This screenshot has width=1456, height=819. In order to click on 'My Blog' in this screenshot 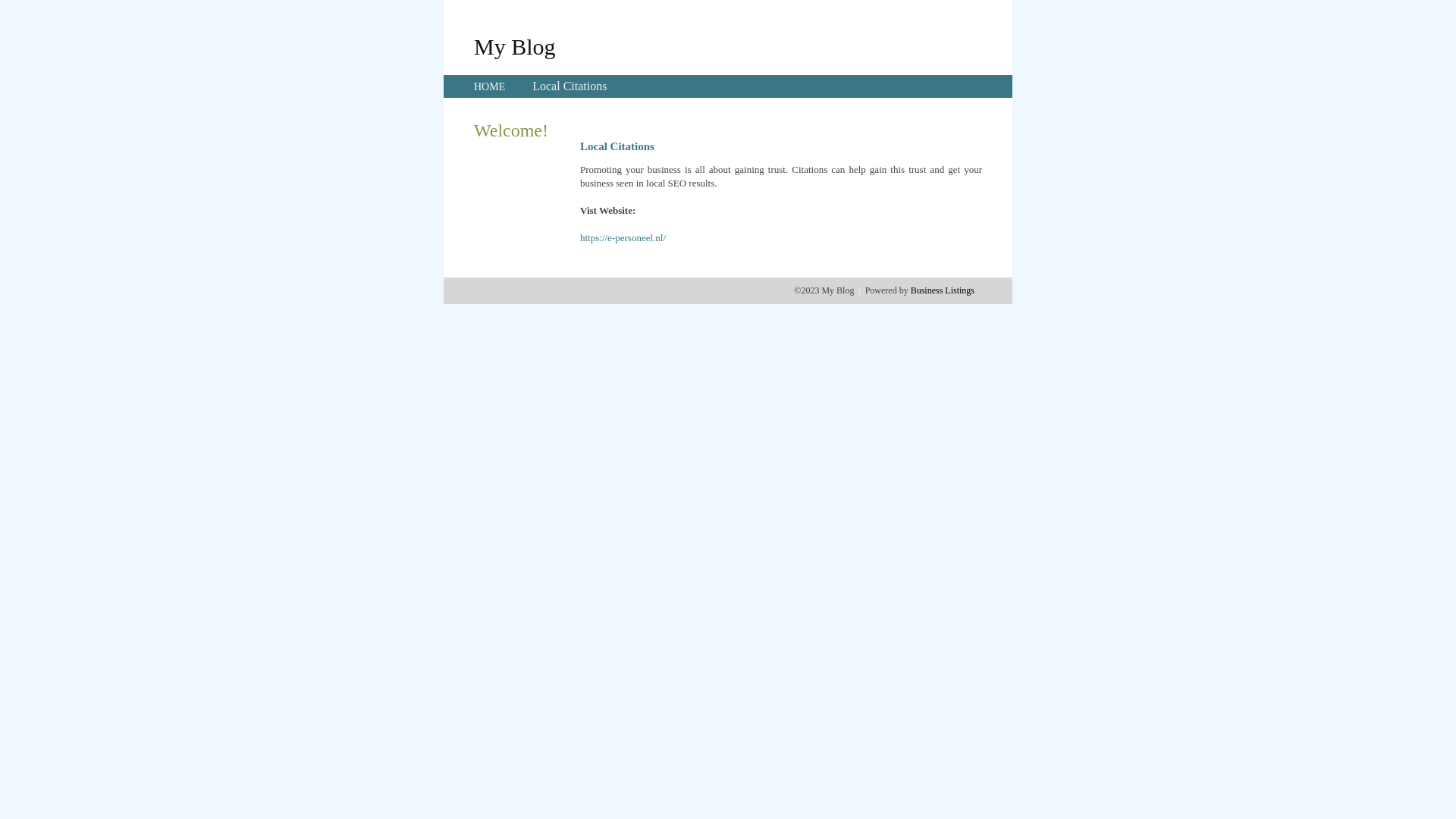, I will do `click(472, 45)`.